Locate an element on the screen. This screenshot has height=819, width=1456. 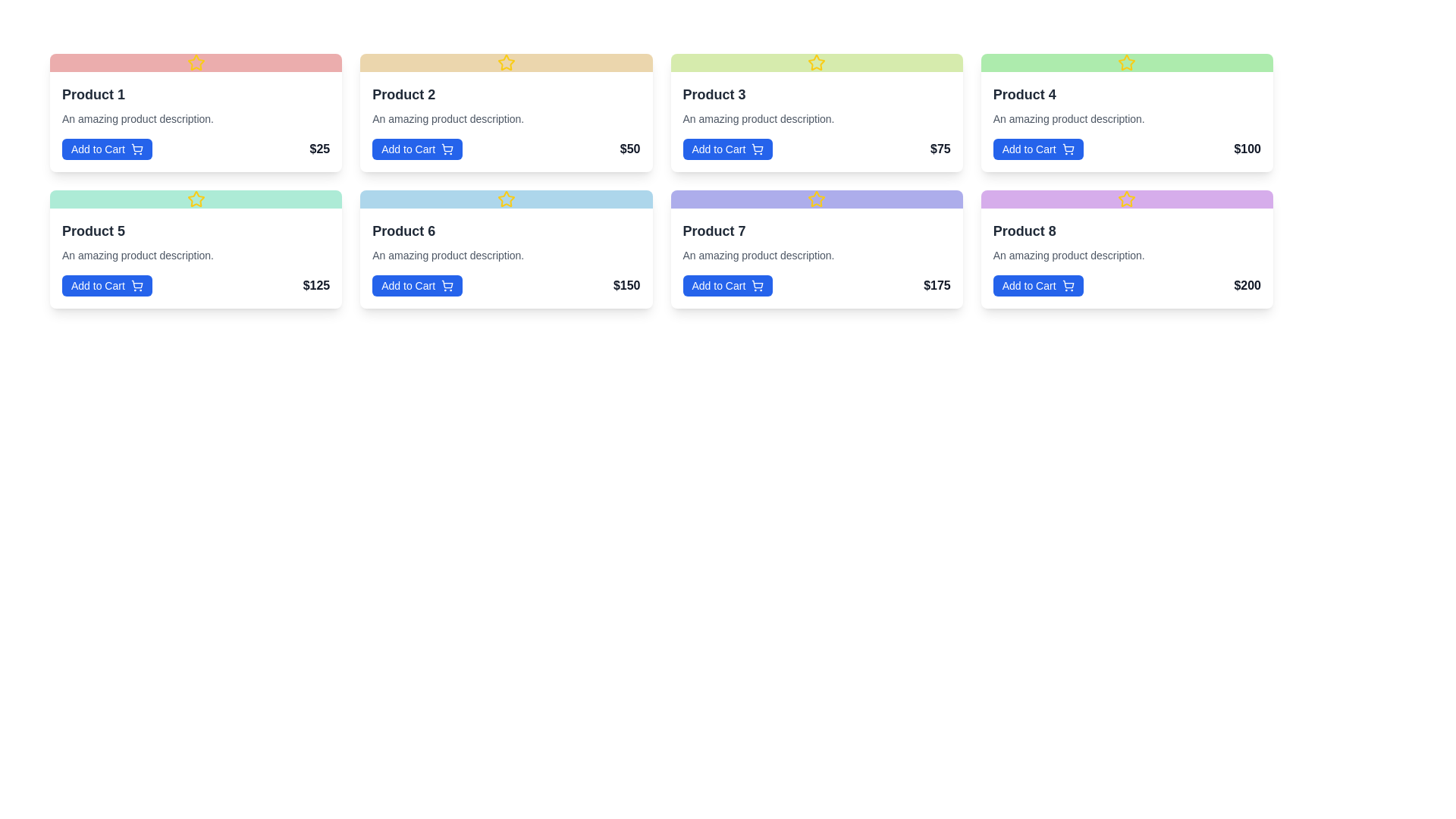
the text label displaying 'An amazing product description.' located within the card identified as 'Product 7' is located at coordinates (758, 254).